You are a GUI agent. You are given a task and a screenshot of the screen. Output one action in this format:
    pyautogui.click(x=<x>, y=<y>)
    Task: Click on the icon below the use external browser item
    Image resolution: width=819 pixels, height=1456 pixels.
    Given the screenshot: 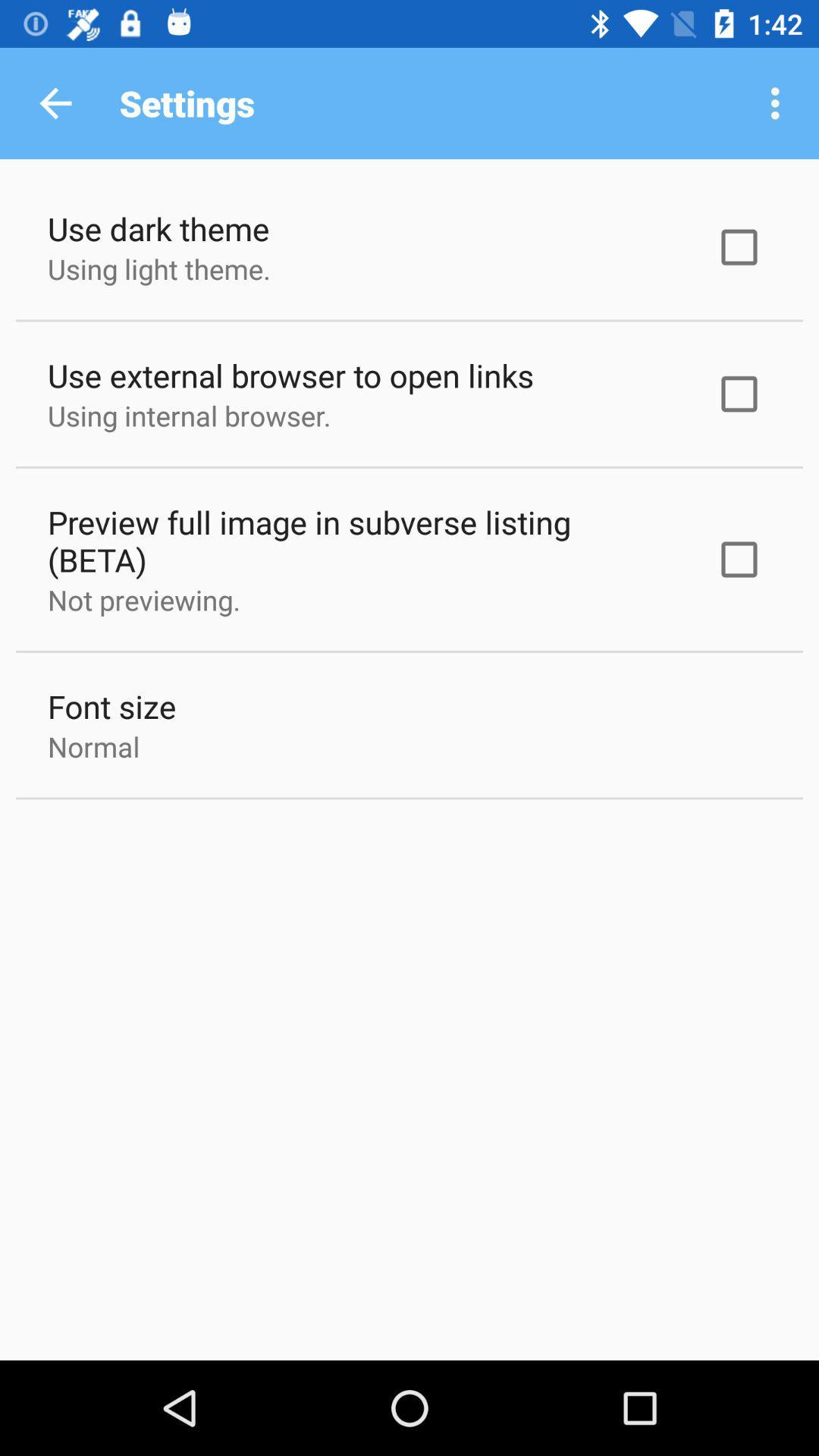 What is the action you would take?
    pyautogui.click(x=188, y=416)
    